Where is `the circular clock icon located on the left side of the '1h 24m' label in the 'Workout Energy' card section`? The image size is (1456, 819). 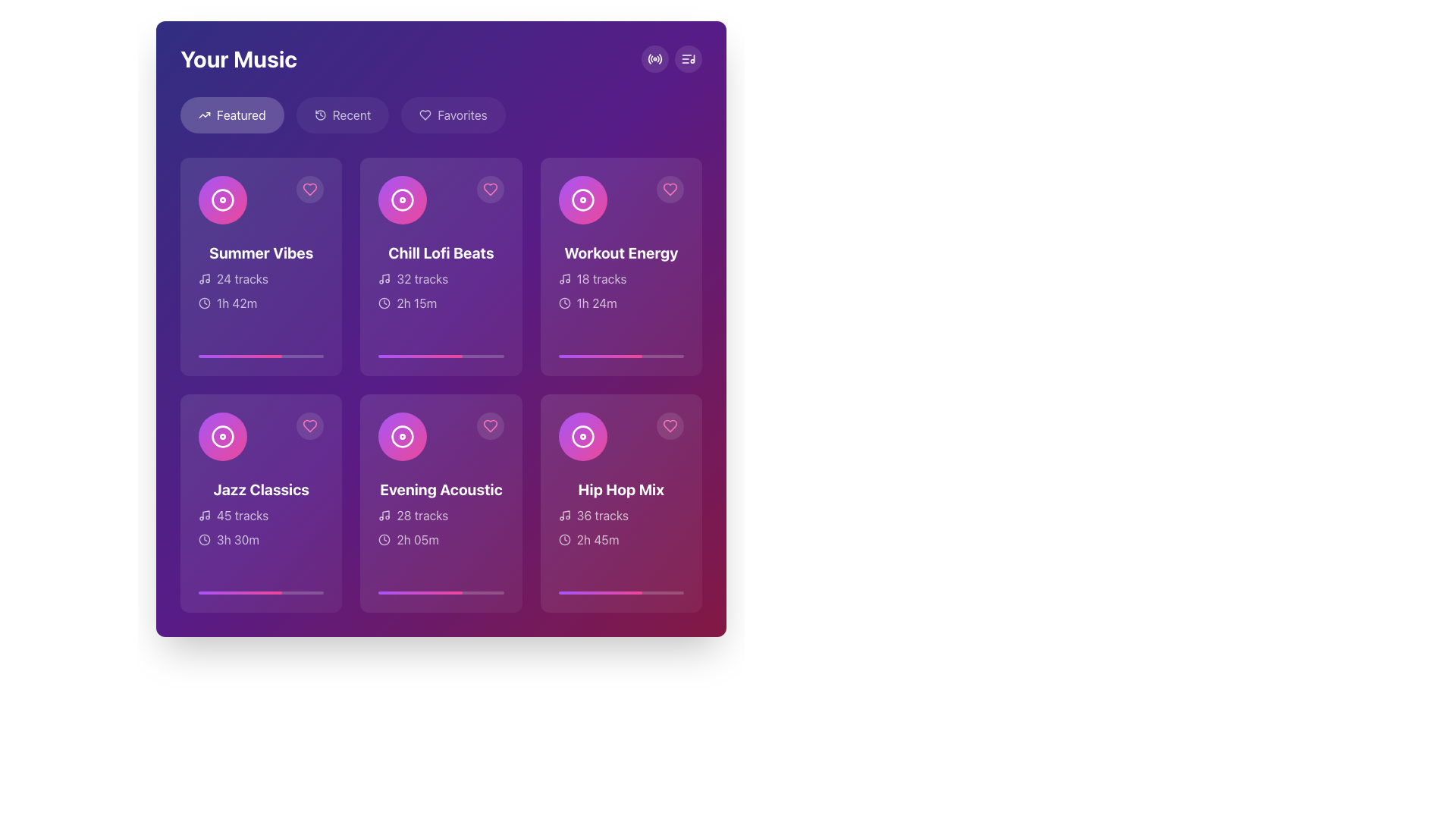 the circular clock icon located on the left side of the '1h 24m' label in the 'Workout Energy' card section is located at coordinates (563, 303).